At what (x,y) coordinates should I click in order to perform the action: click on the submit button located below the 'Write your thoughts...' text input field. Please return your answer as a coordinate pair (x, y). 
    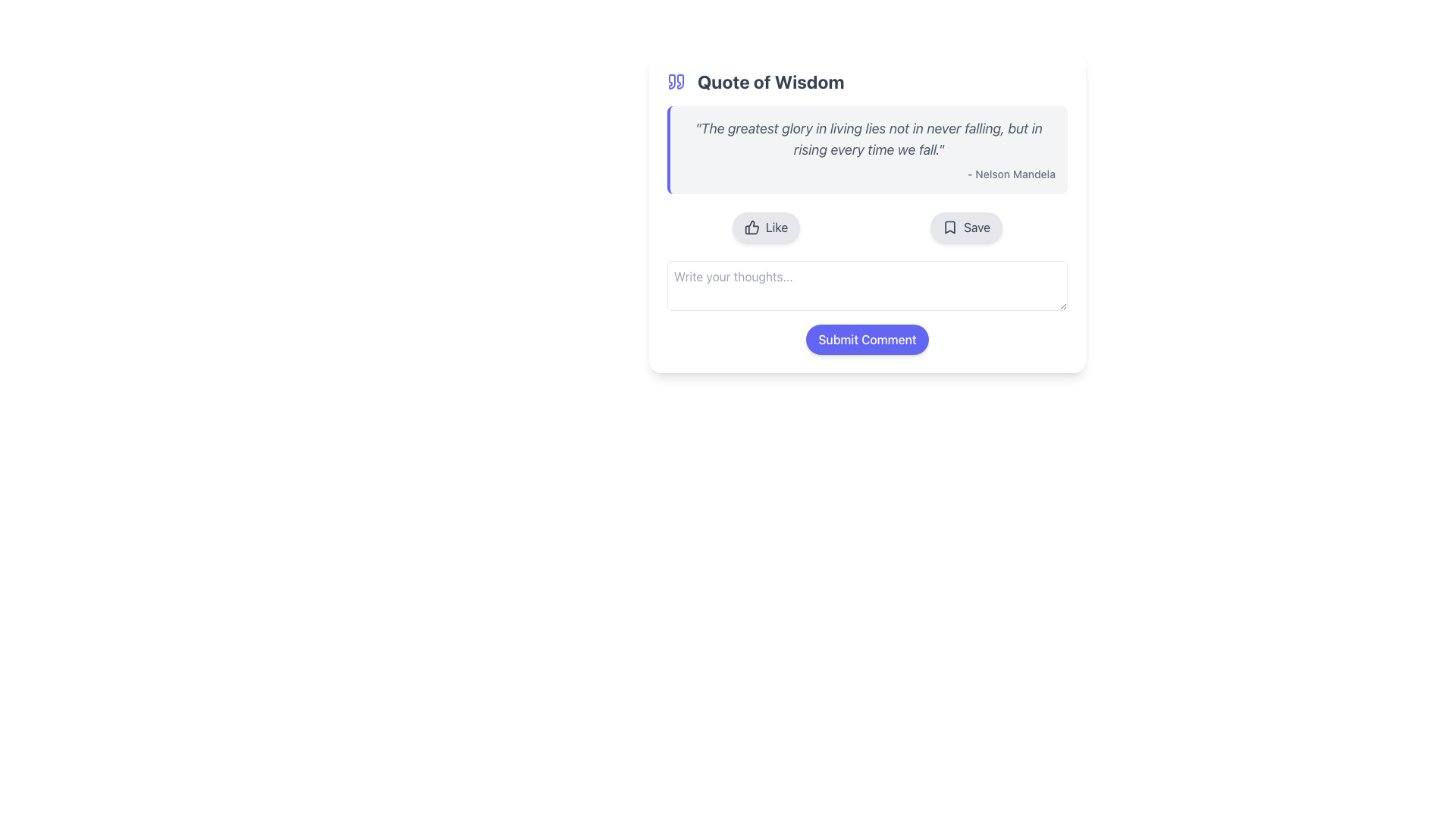
    Looking at the image, I should click on (867, 338).